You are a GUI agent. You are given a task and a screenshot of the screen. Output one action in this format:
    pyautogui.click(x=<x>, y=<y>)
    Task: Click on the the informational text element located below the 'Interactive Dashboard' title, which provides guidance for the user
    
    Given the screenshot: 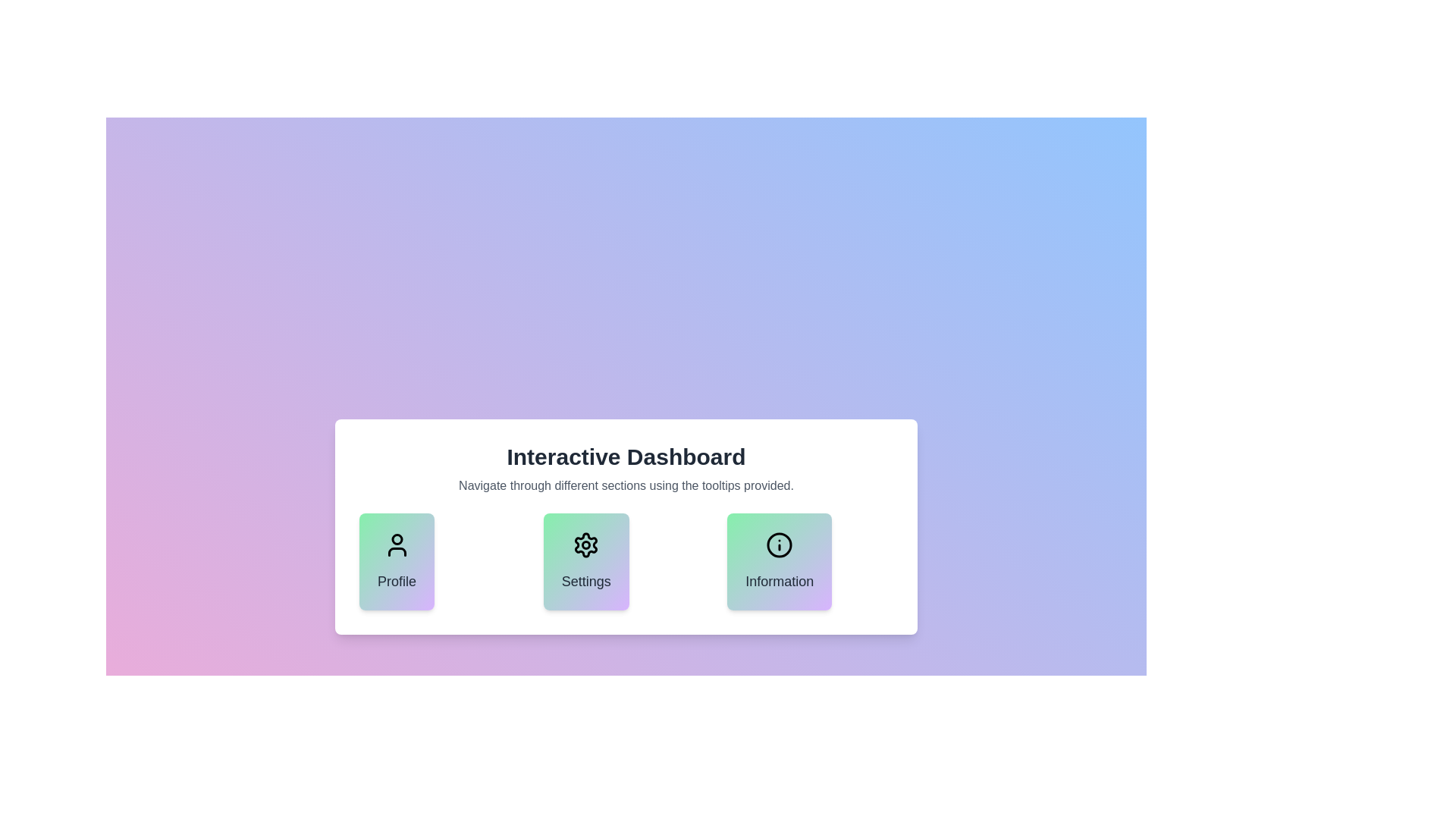 What is the action you would take?
    pyautogui.click(x=626, y=485)
    